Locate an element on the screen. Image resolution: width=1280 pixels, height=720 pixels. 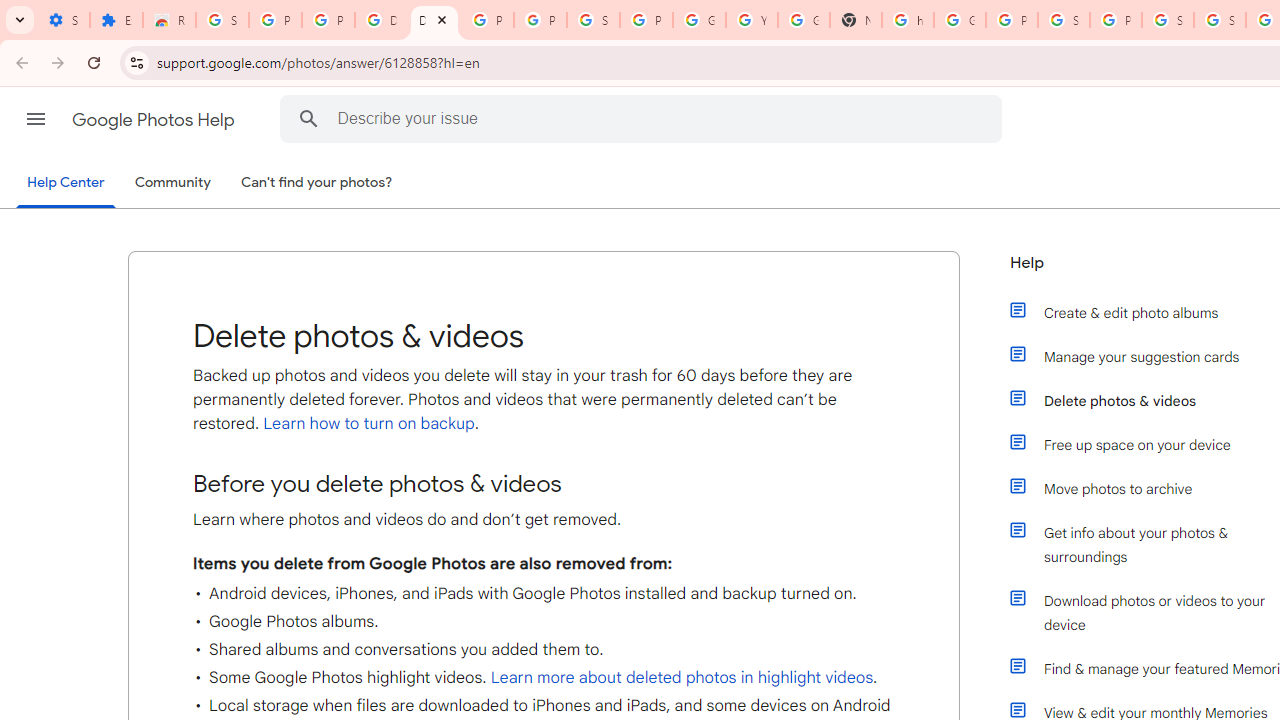
'Sign in - Google Accounts' is located at coordinates (1168, 20).